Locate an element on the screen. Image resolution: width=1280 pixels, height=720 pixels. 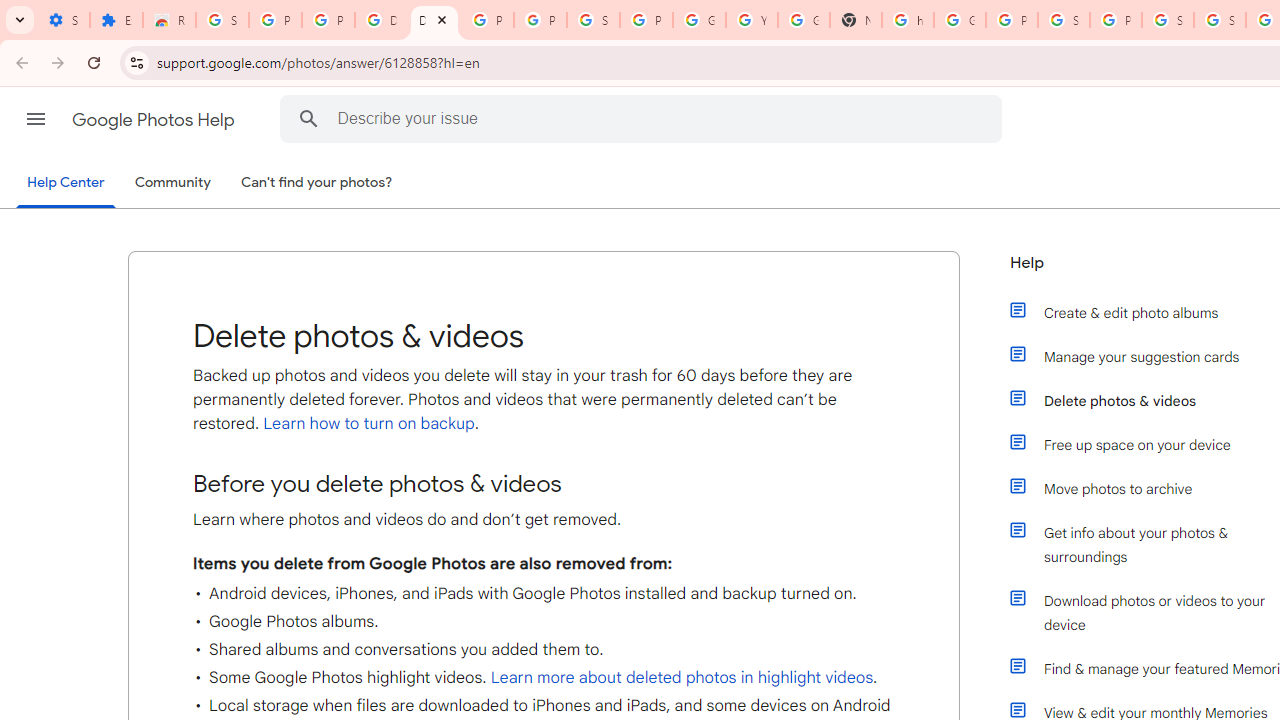
'Sign in - Google Accounts' is located at coordinates (1168, 20).